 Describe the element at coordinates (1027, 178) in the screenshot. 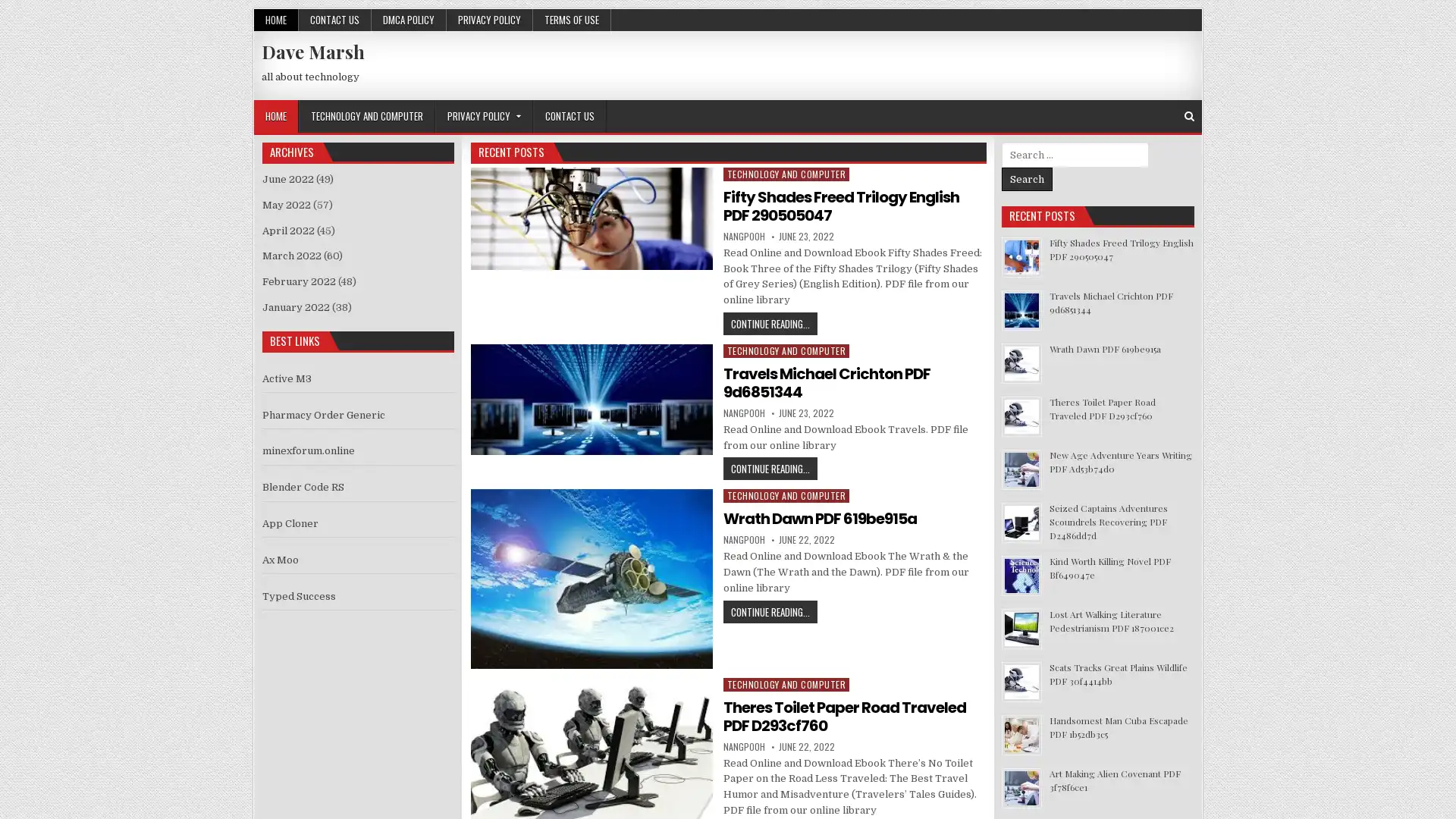

I see `Search` at that location.